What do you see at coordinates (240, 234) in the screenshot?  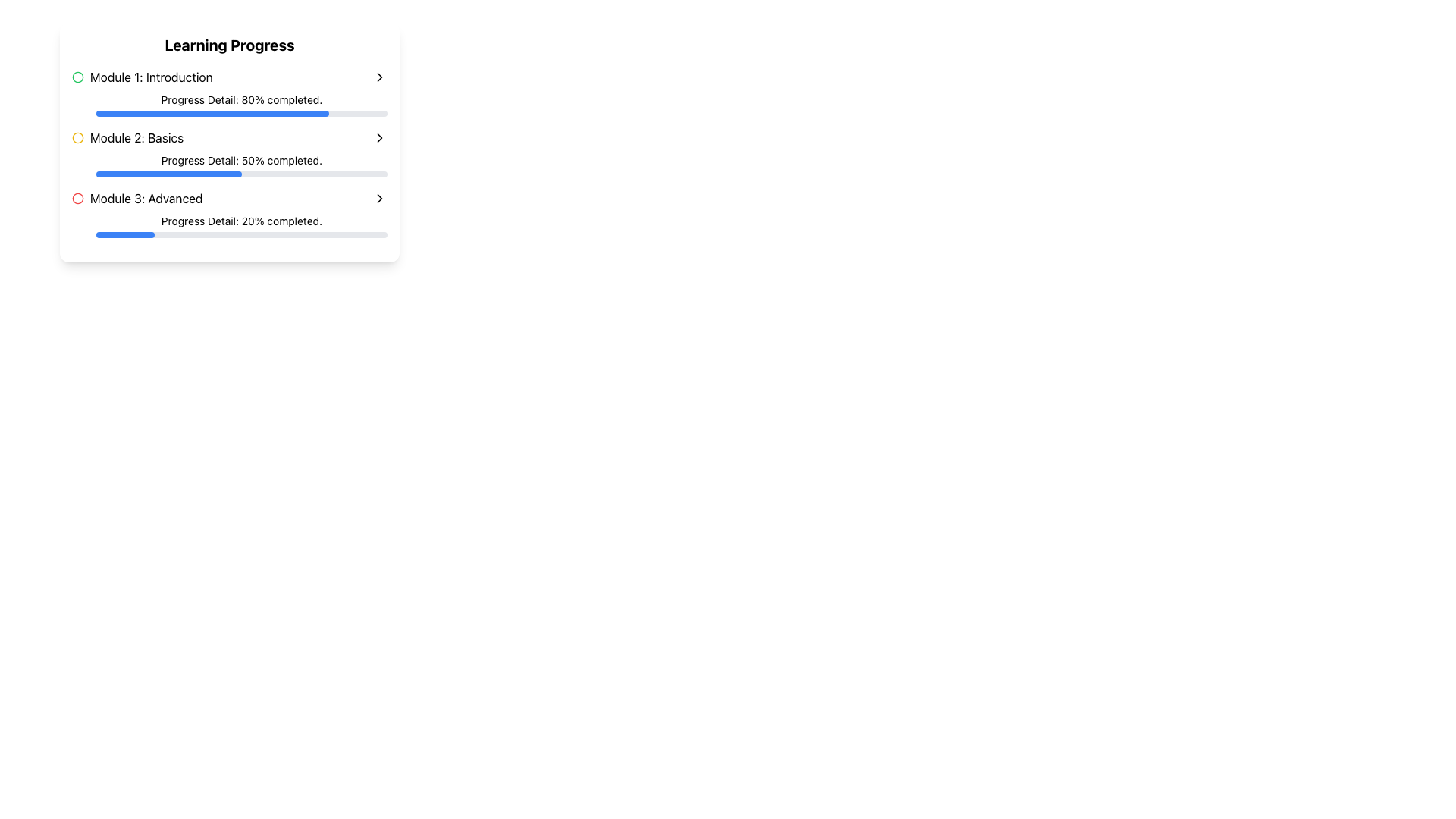 I see `the progress bar indicating 20% completion in the 'Module 3: Advanced' section, located below 'Progress Detail: 20% completed.'` at bounding box center [240, 234].